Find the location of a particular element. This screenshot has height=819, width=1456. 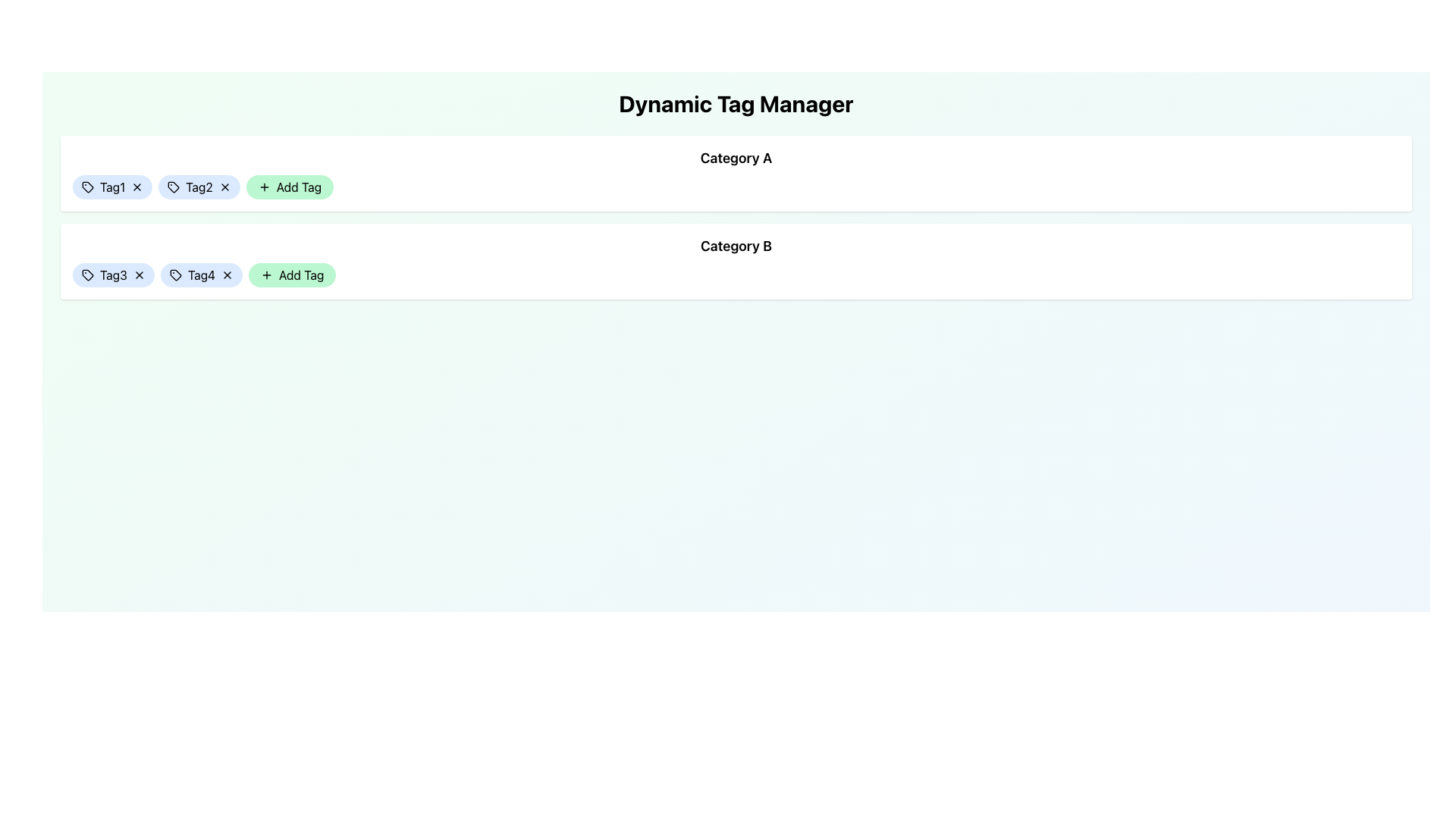

the delete button for the 'Tag2' tag in 'Category A' to change its color is located at coordinates (224, 186).